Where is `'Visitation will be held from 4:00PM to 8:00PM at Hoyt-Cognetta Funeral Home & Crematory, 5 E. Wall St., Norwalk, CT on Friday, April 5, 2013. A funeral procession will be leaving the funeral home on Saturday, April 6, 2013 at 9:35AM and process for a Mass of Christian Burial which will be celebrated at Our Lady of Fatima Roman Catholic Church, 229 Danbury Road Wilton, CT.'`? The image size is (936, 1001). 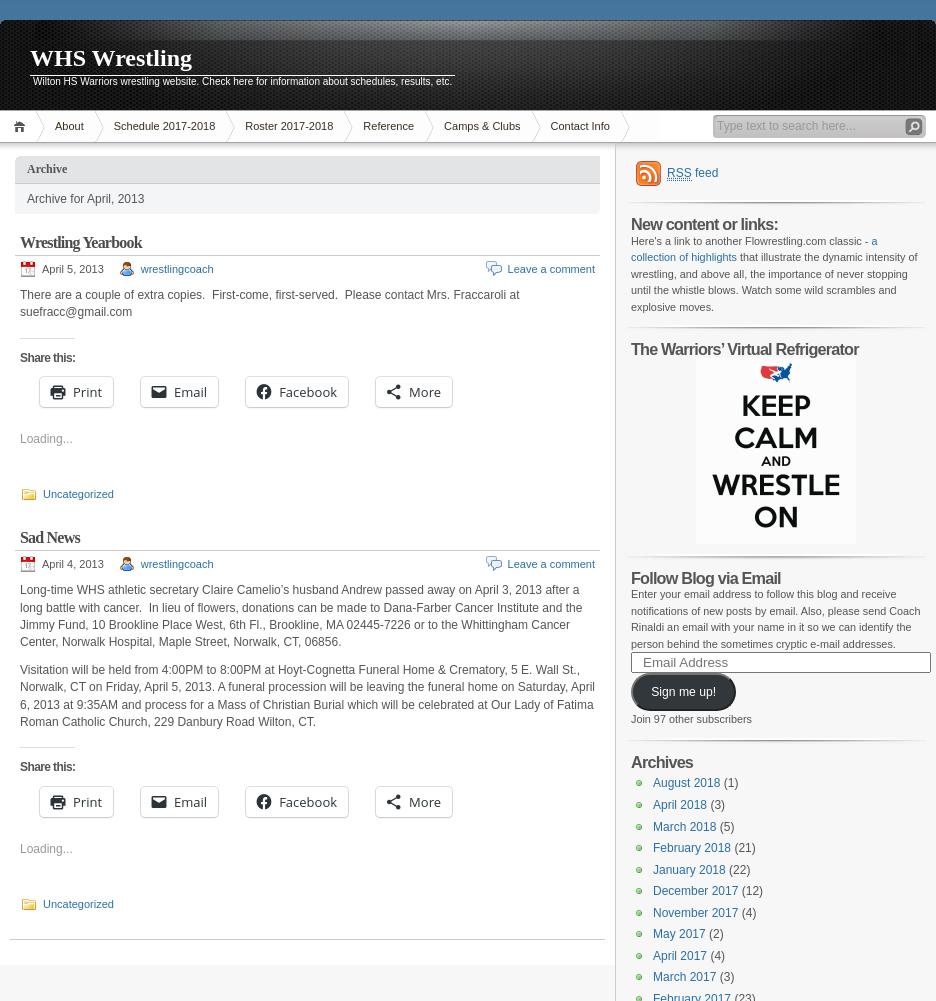 'Visitation will be held from 4:00PM to 8:00PM at Hoyt-Cognetta Funeral Home & Crematory, 5 E. Wall St., Norwalk, CT on Friday, April 5, 2013. A funeral procession will be leaving the funeral home on Saturday, April 6, 2013 at 9:35AM and process for a Mass of Christian Burial which will be celebrated at Our Lady of Fatima Roman Catholic Church, 229 Danbury Road Wilton, CT.' is located at coordinates (307, 693).